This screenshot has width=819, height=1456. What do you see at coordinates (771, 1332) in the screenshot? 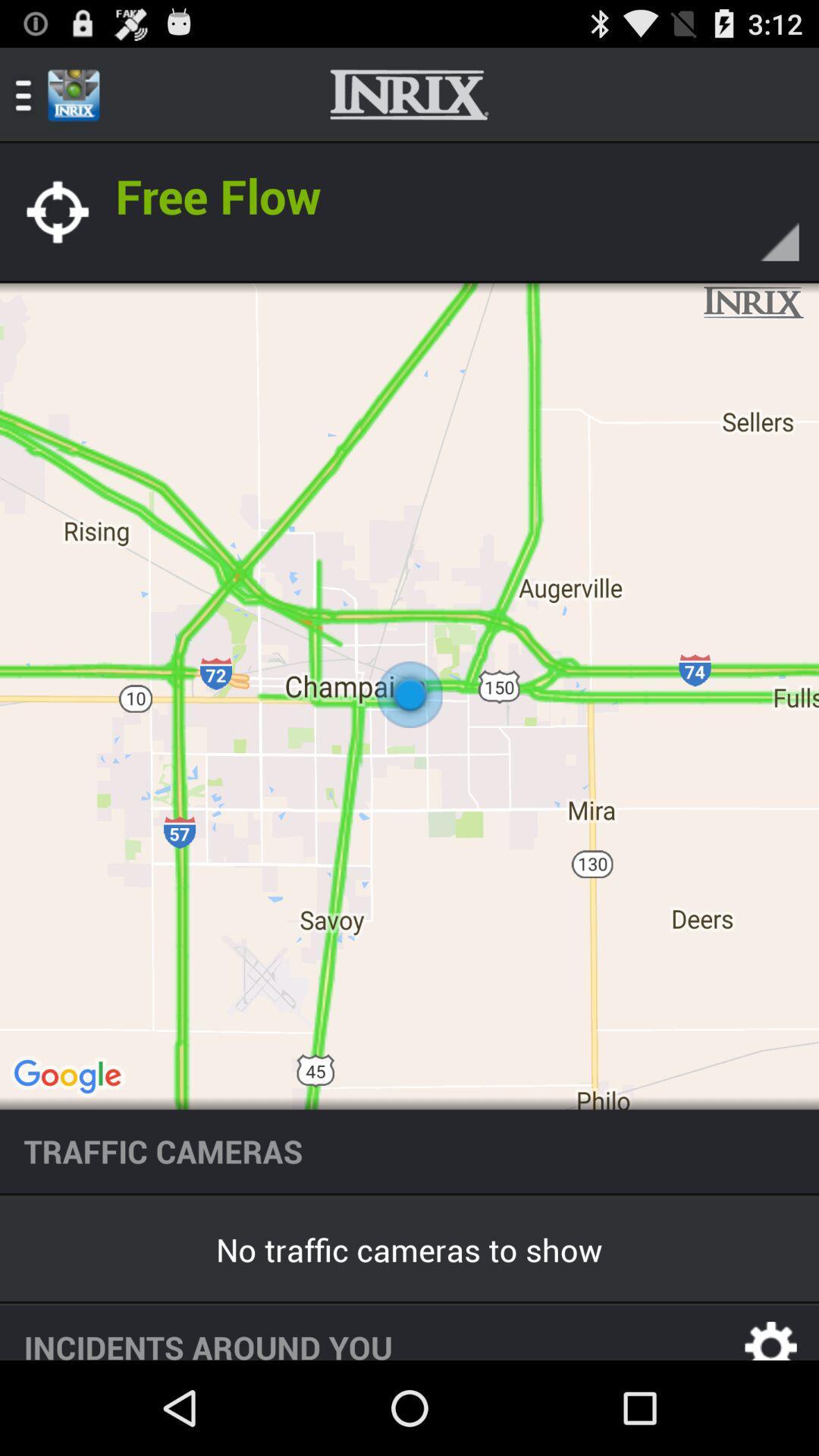
I see `setting` at bounding box center [771, 1332].